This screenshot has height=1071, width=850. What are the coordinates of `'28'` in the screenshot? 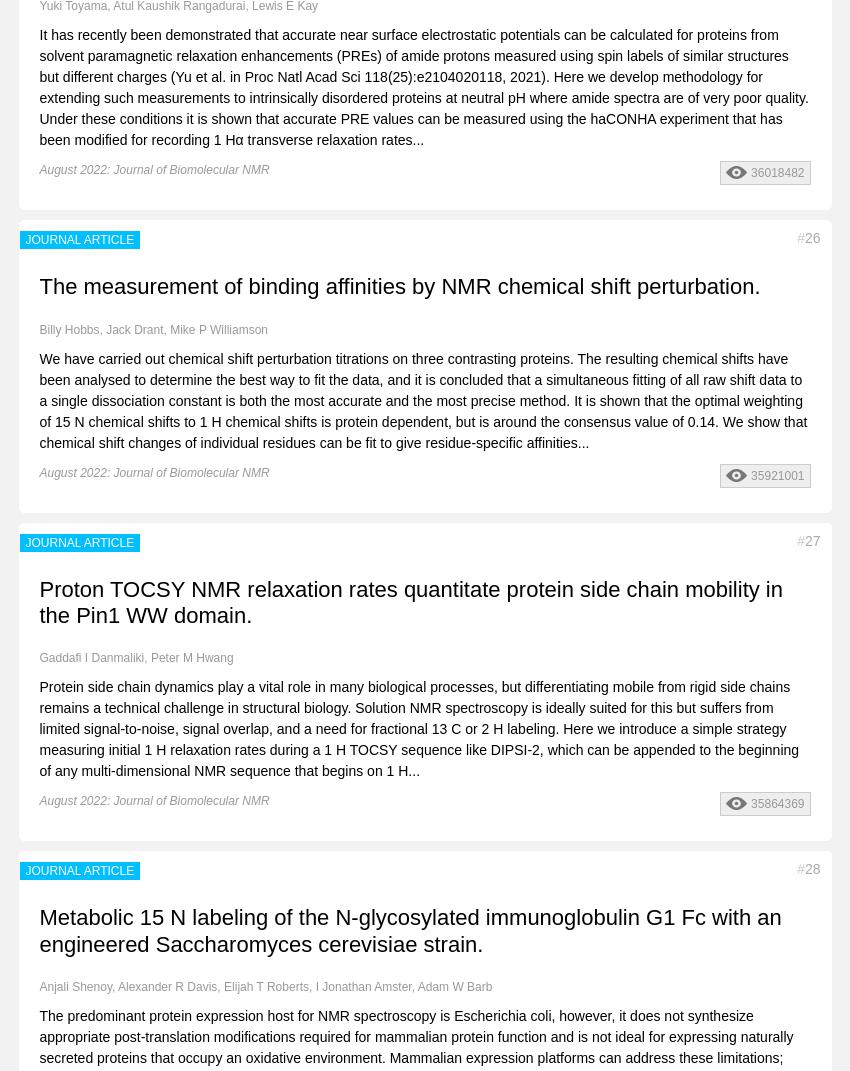 It's located at (812, 869).